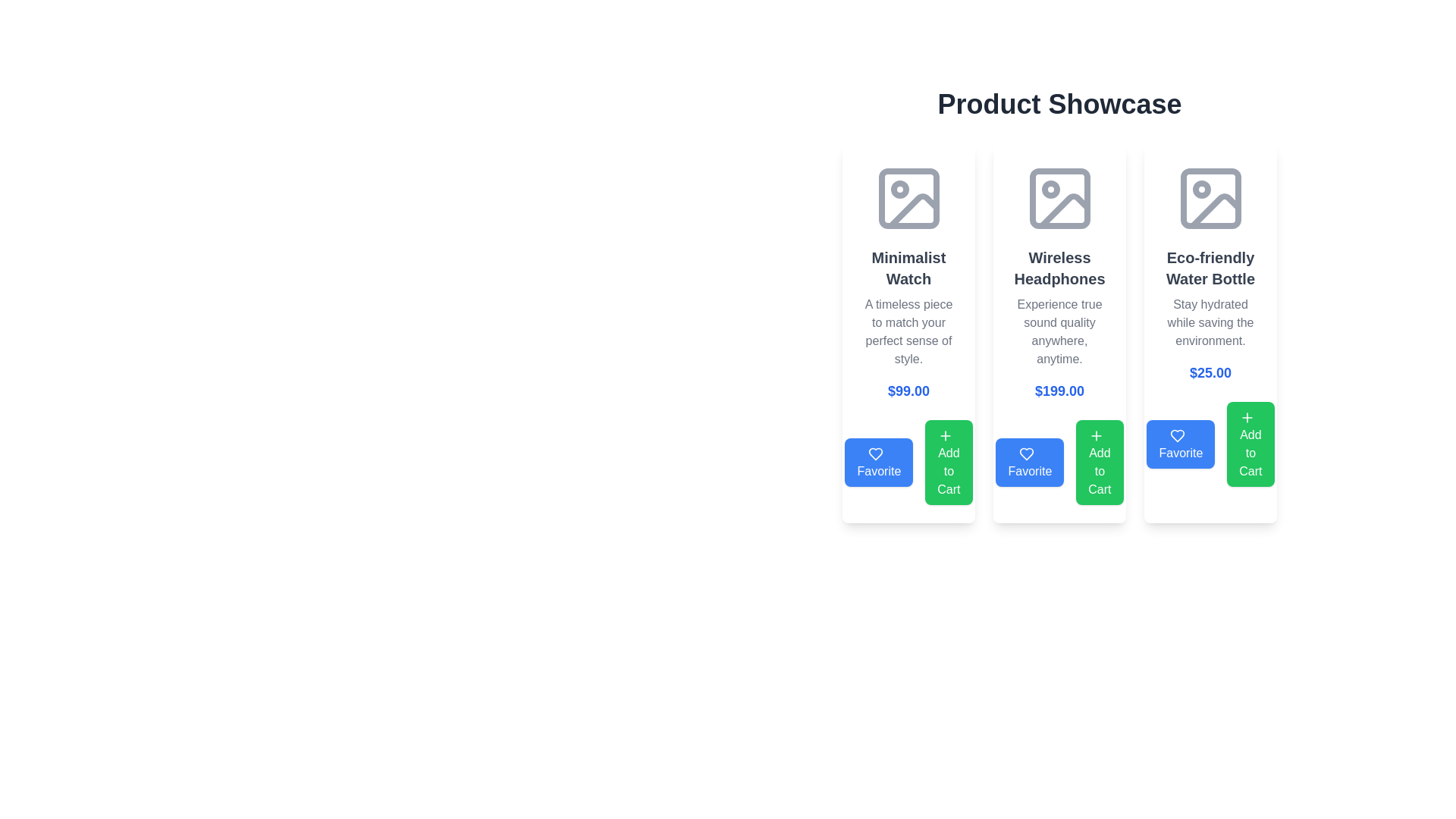 The image size is (1456, 819). What do you see at coordinates (908, 391) in the screenshot?
I see `the price text displaying '$99.00' which is styled in blue, bold, and larger font located at the center-bottom of the first product card` at bounding box center [908, 391].